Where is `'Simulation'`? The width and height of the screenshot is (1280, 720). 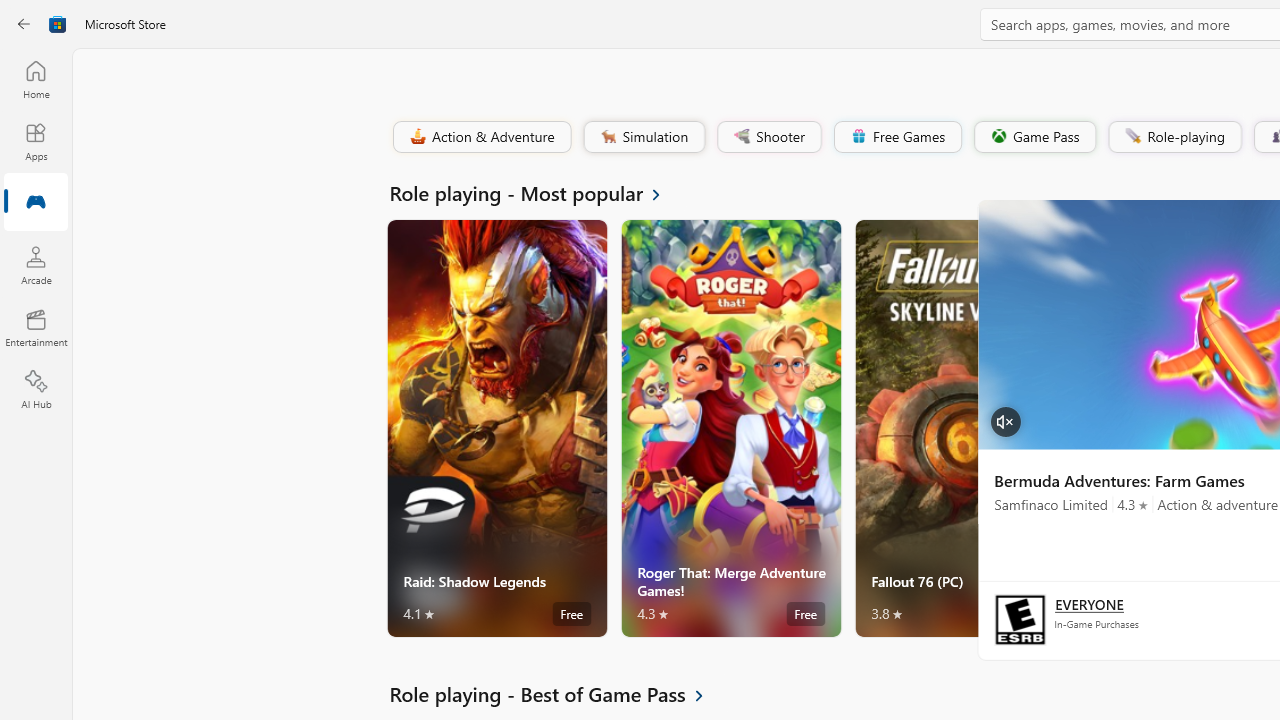 'Simulation' is located at coordinates (643, 135).